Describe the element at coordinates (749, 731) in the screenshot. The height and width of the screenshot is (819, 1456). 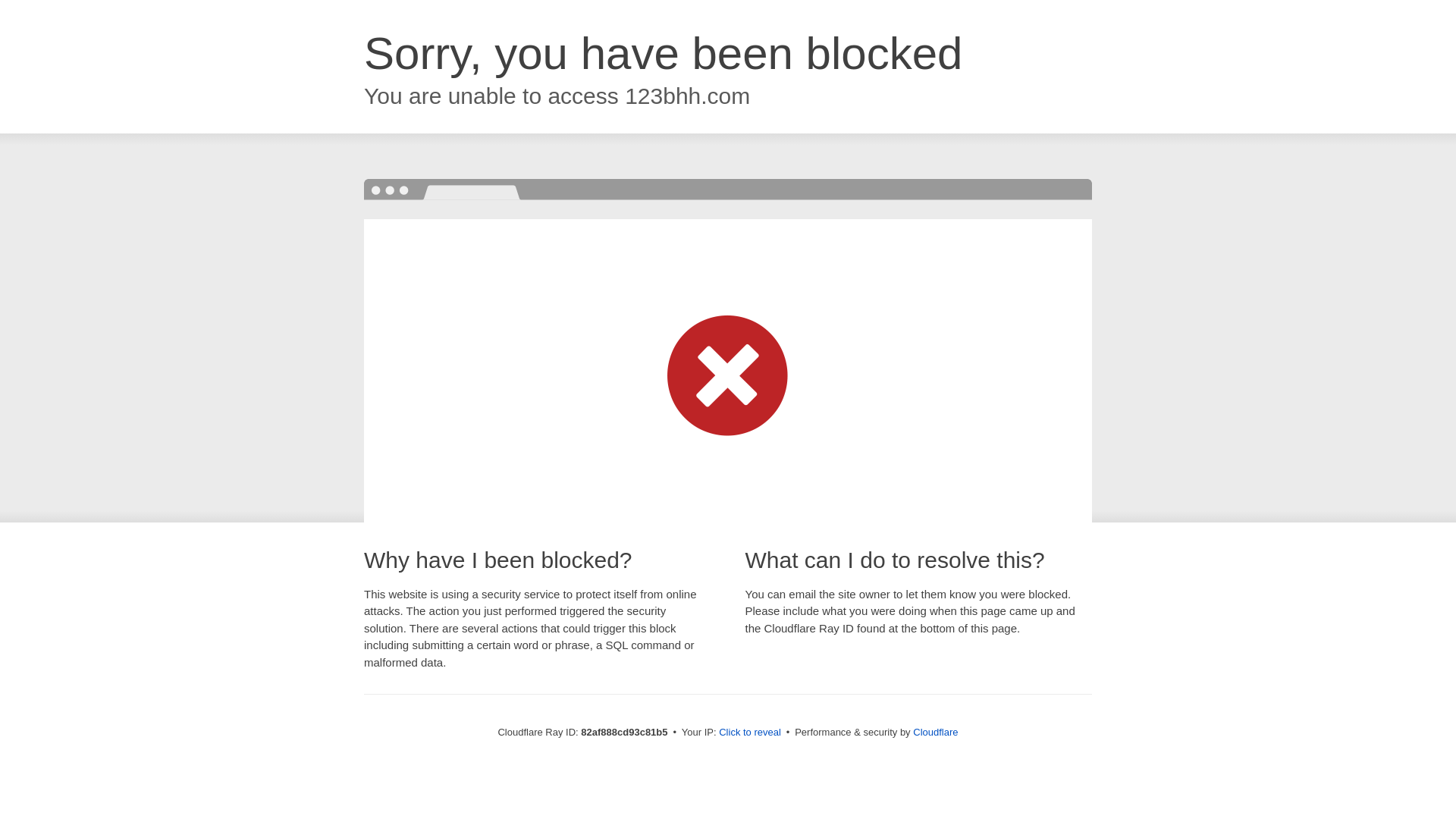
I see `'Click to reveal'` at that location.